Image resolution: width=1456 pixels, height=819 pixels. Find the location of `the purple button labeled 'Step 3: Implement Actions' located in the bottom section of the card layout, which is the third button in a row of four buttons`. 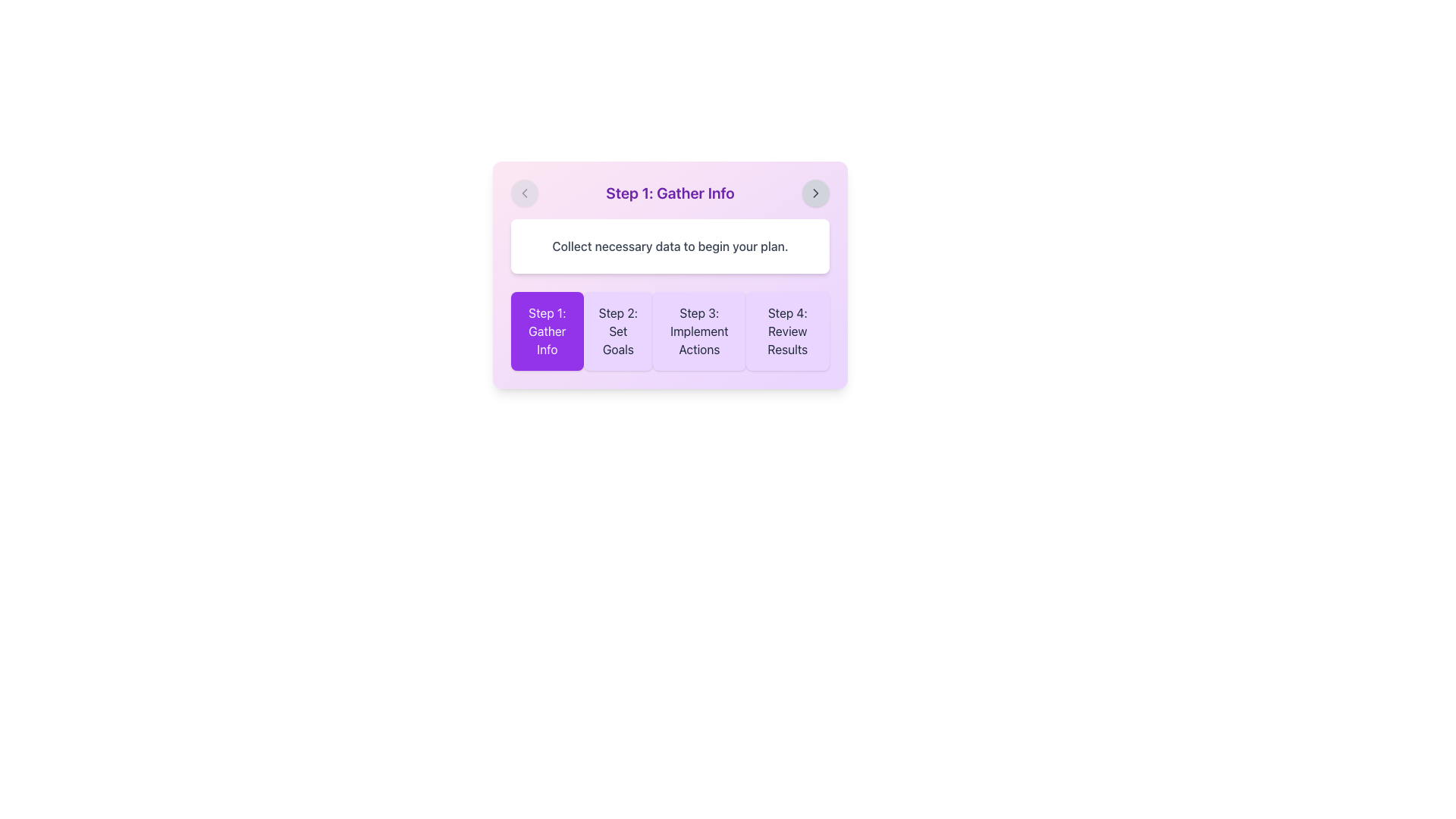

the purple button labeled 'Step 3: Implement Actions' located in the bottom section of the card layout, which is the third button in a row of four buttons is located at coordinates (698, 330).